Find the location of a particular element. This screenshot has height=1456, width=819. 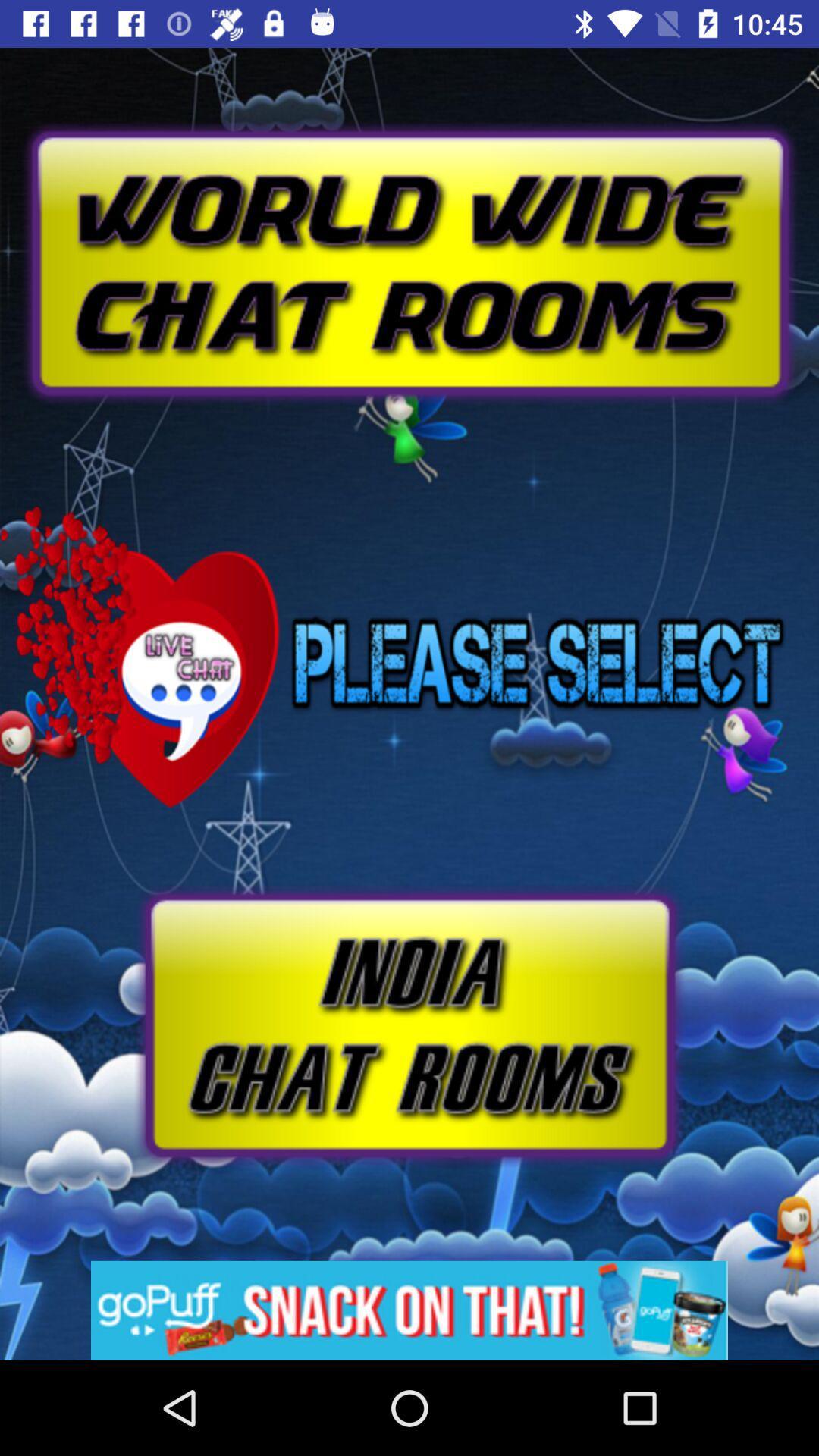

advertisement banner would take off site is located at coordinates (409, 1310).